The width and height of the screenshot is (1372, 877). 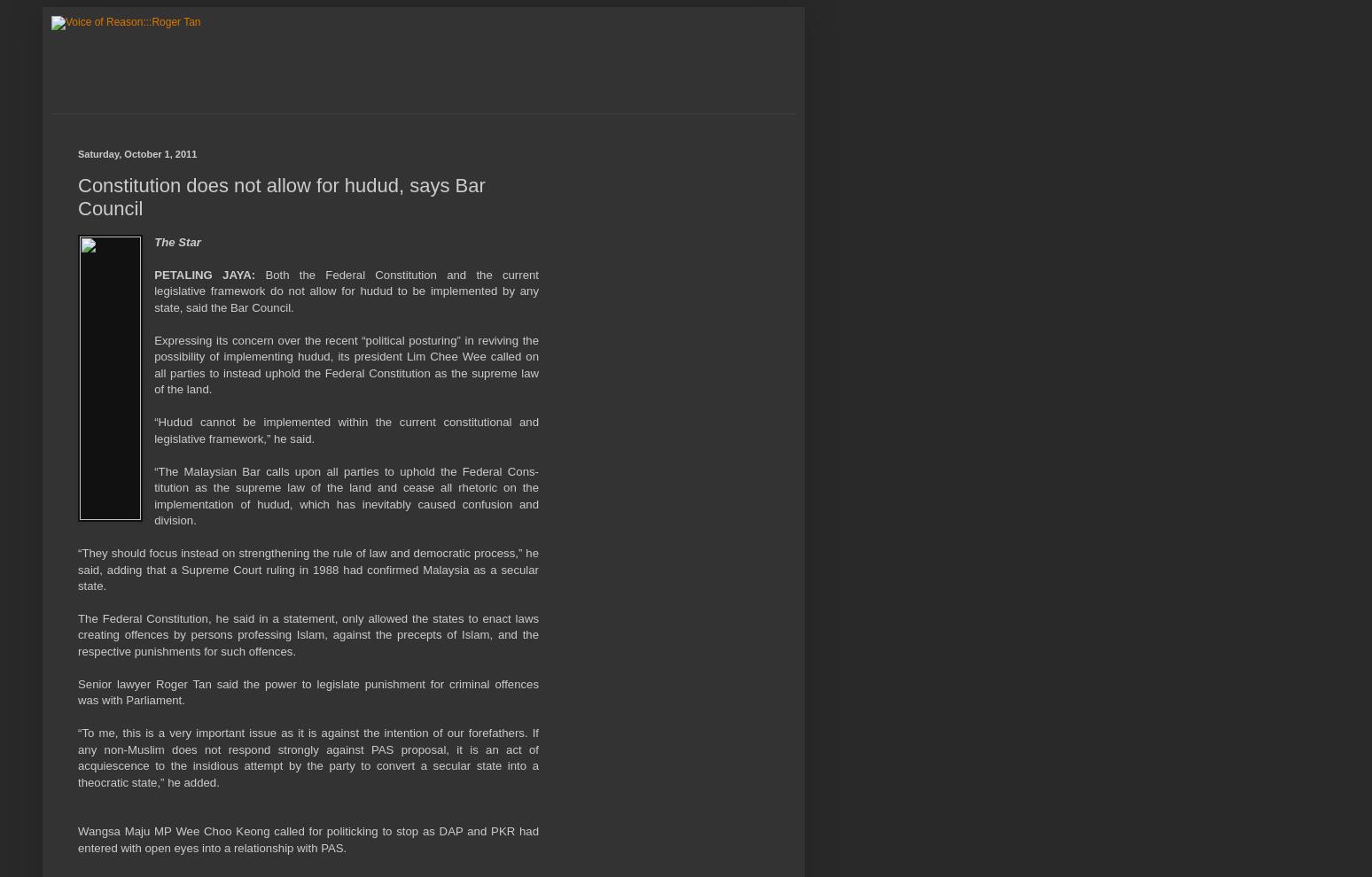 What do you see at coordinates (153, 363) in the screenshot?
I see `'Expressing its concern over the recent “political posturing” in reviving the possibility of implementing hudud, its president Lim Chee Wee called on all parties to instead uphold the Federal Constitution as the supreme law of the land.'` at bounding box center [153, 363].